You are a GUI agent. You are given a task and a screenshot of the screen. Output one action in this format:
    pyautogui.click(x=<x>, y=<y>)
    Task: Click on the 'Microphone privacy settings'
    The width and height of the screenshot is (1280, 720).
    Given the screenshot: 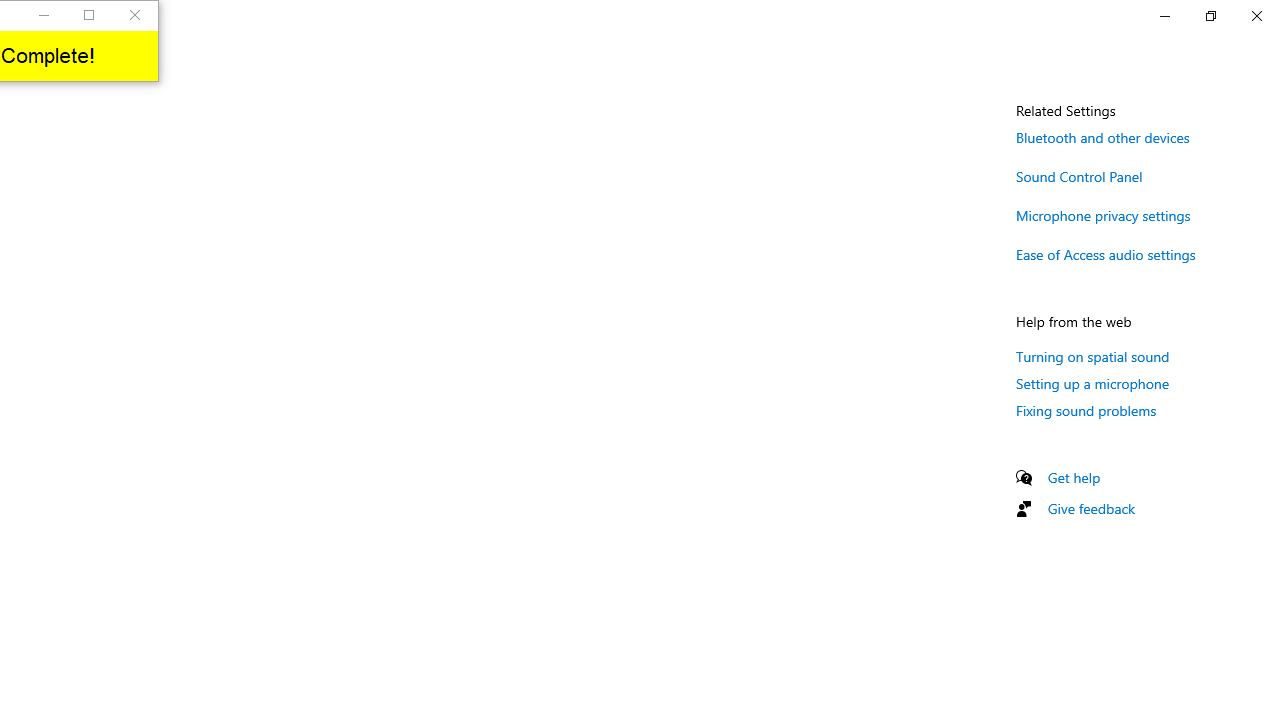 What is the action you would take?
    pyautogui.click(x=1102, y=215)
    